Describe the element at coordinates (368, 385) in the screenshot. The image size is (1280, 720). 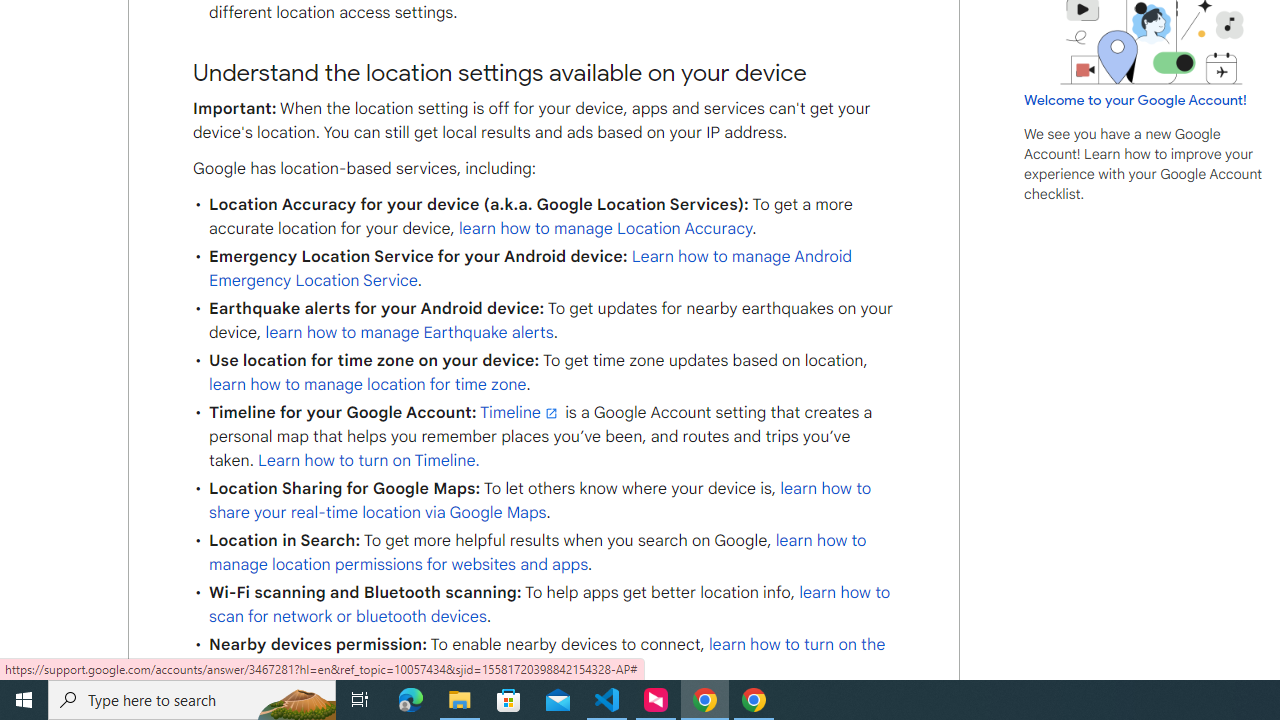
I see `'learn how to manage location for time zone'` at that location.